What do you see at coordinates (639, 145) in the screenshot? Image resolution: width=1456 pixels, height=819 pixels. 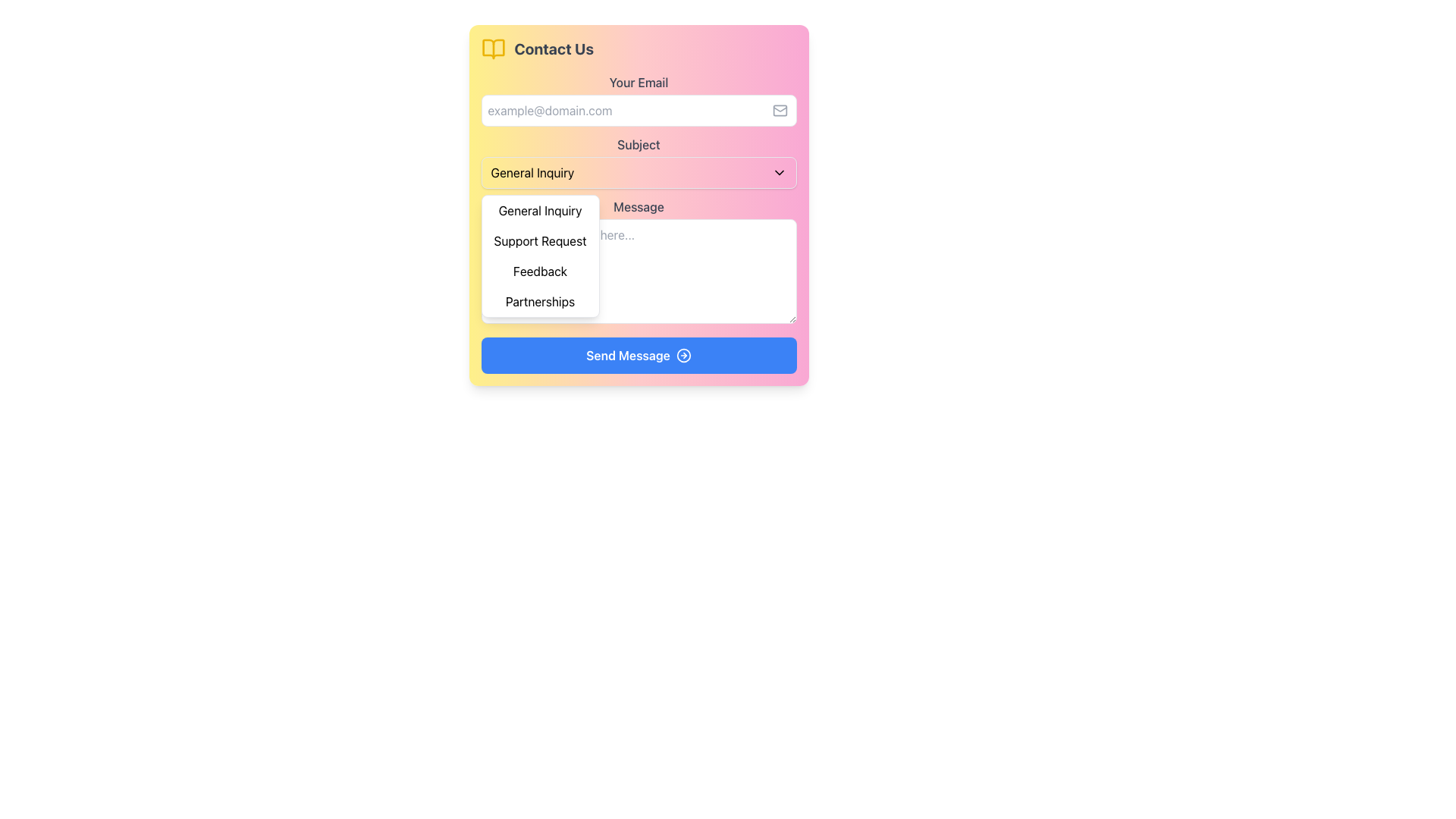 I see `the 'Subject' label, which indicates the purpose of the dropdown menu labeled 'General Inquiry' below it` at bounding box center [639, 145].